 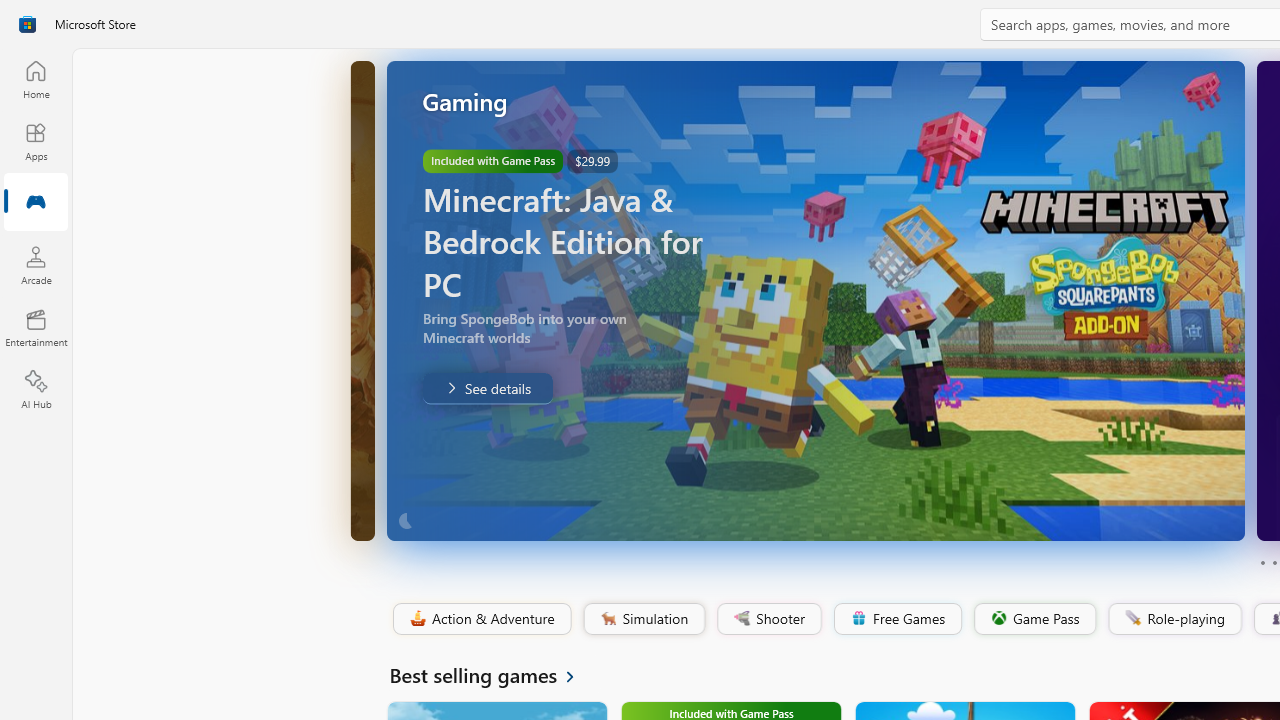 What do you see at coordinates (896, 618) in the screenshot?
I see `'Free Games'` at bounding box center [896, 618].